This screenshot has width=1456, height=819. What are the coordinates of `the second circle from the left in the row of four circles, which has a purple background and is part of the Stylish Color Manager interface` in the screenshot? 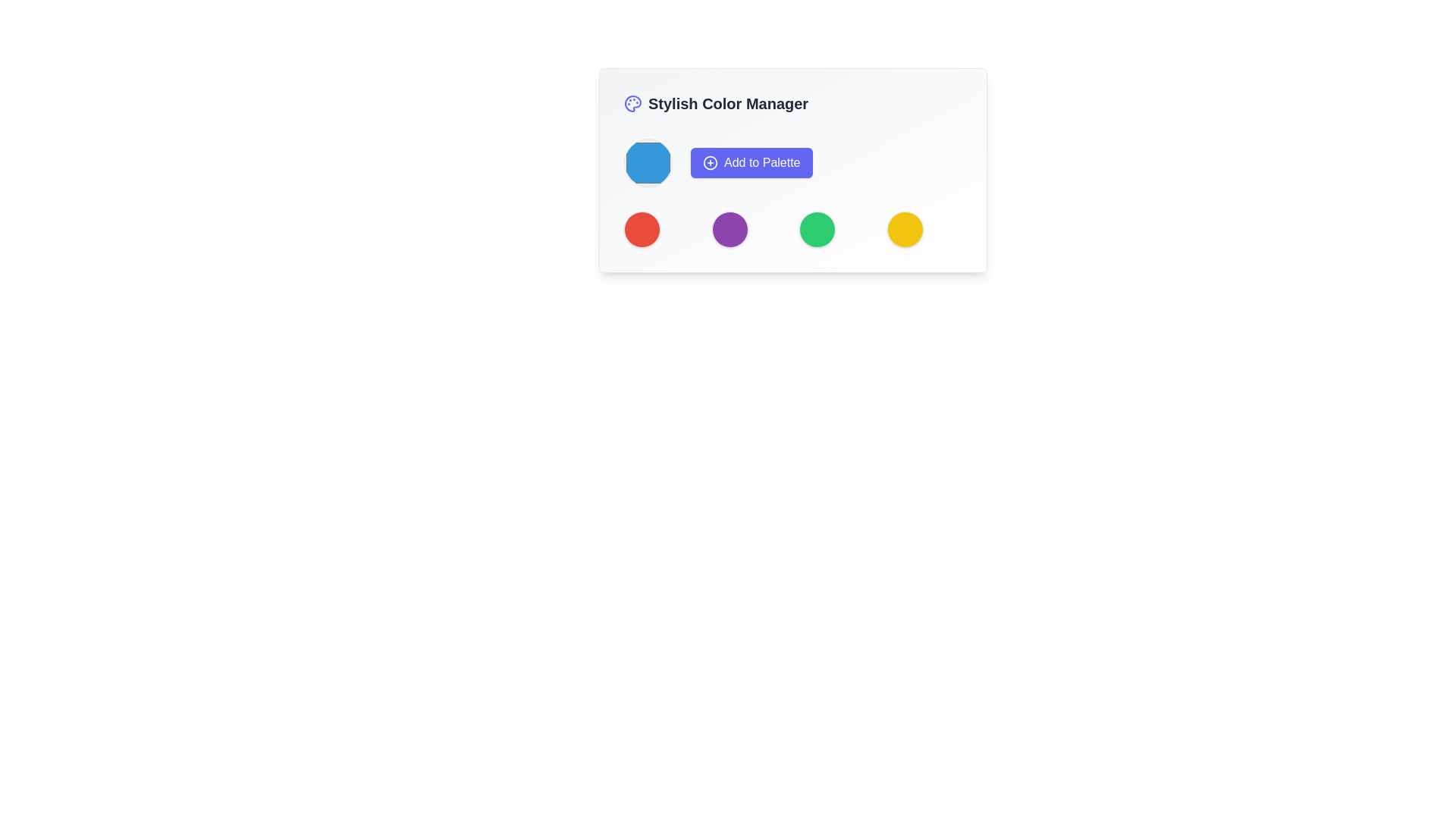 It's located at (730, 230).